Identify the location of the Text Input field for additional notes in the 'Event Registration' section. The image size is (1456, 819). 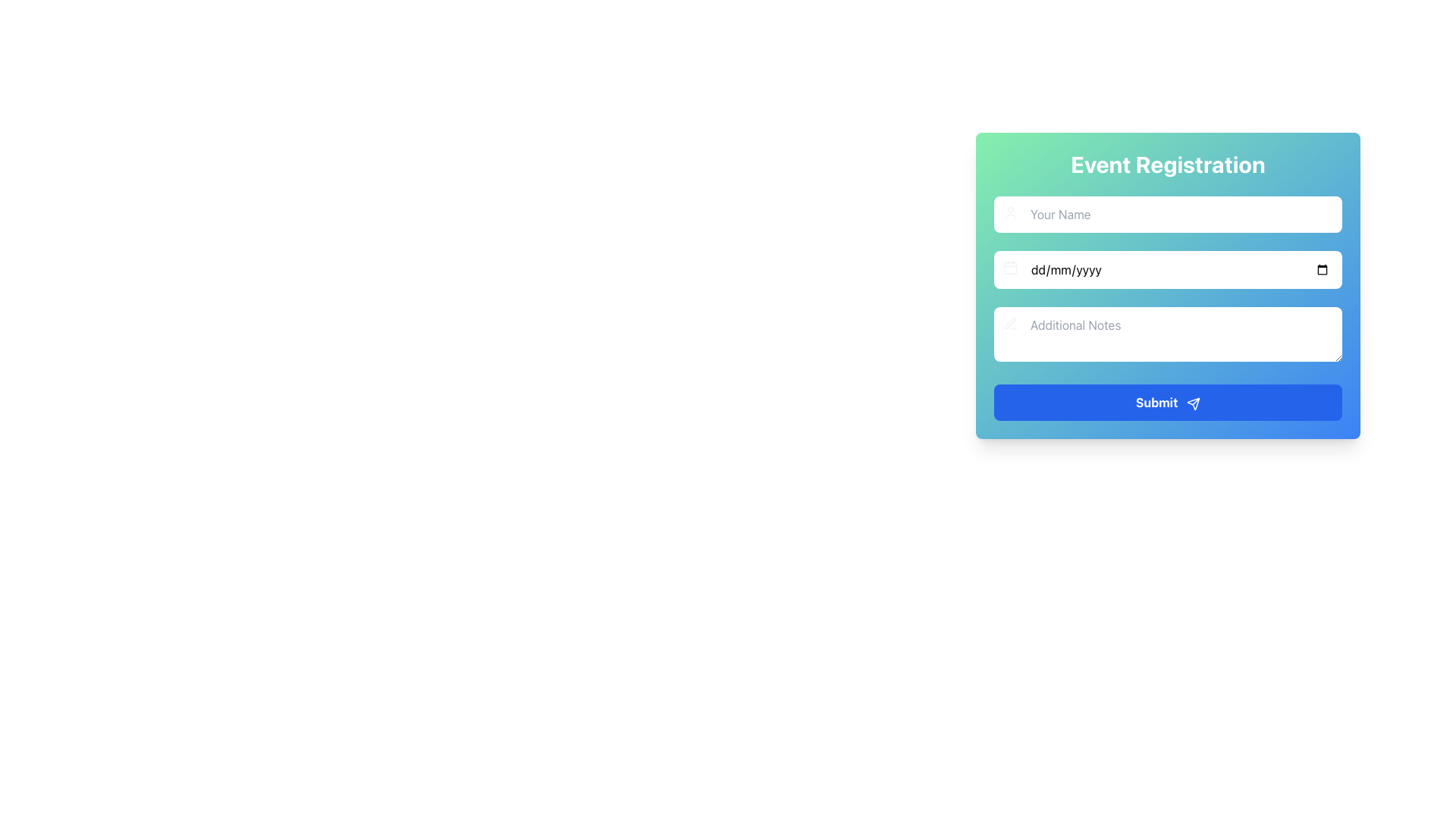
(1167, 308).